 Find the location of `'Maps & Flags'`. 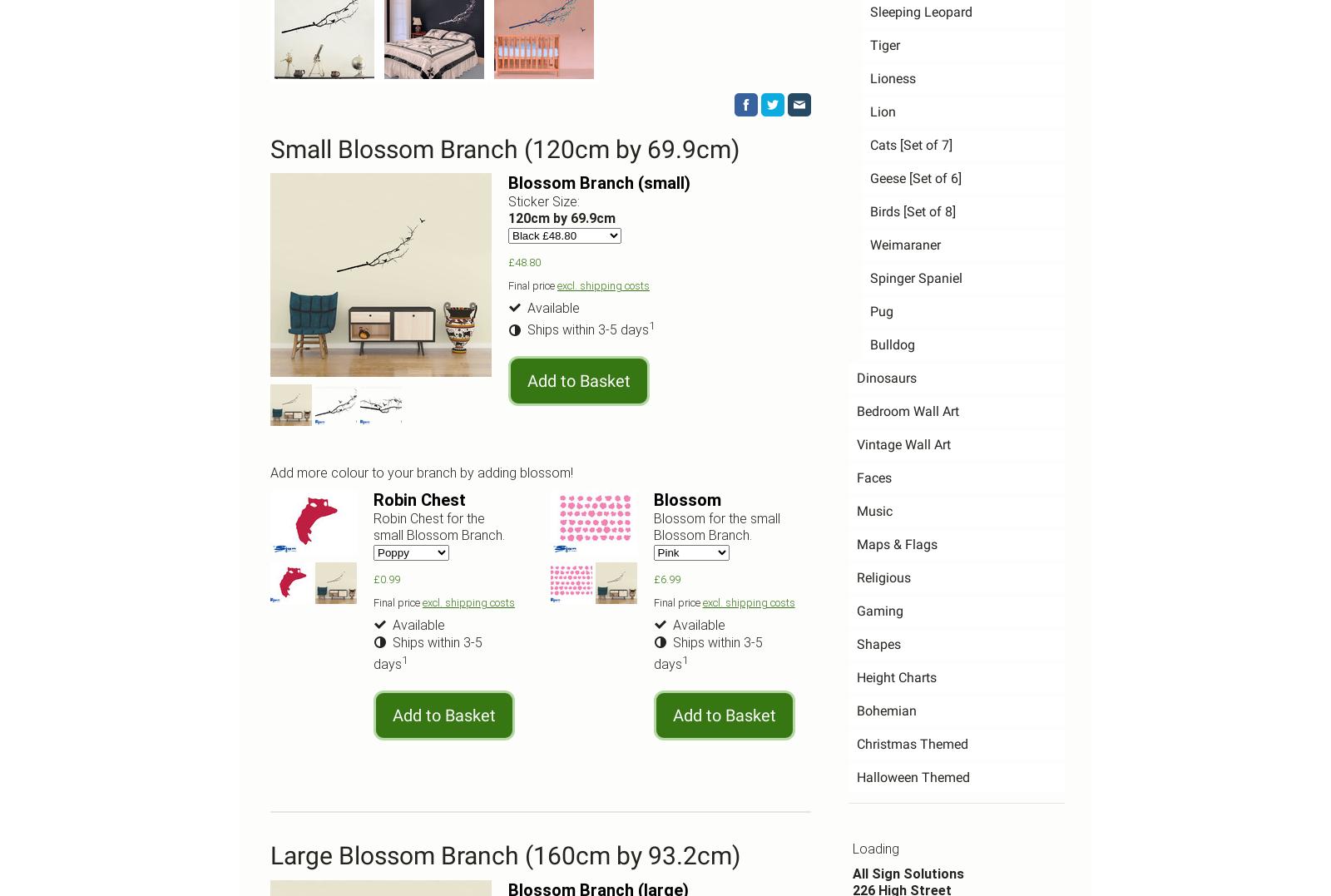

'Maps & Flags' is located at coordinates (897, 543).